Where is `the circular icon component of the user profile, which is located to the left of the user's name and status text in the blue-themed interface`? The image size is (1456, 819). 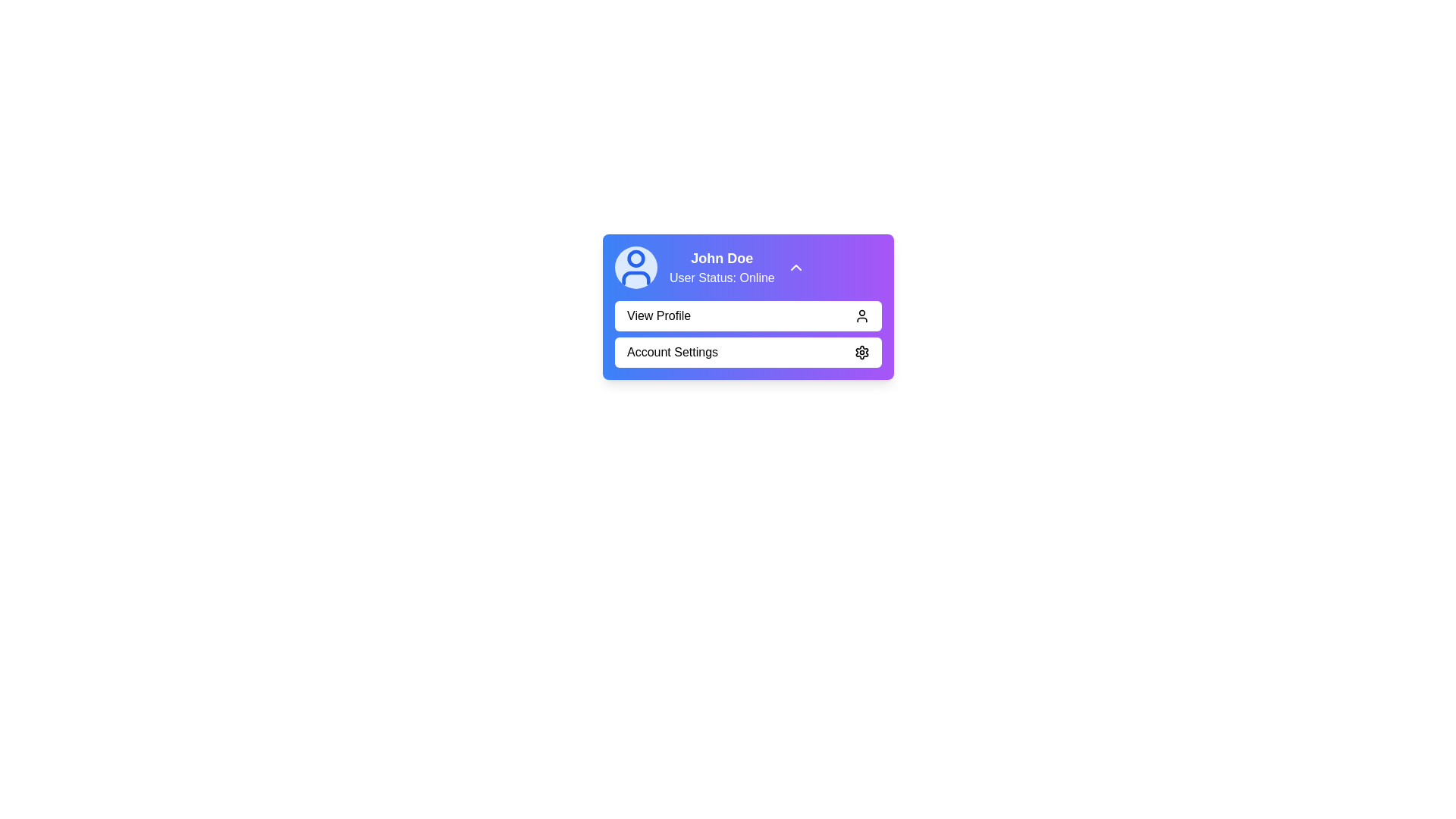
the circular icon component of the user profile, which is located to the left of the user's name and status text in the blue-themed interface is located at coordinates (636, 257).